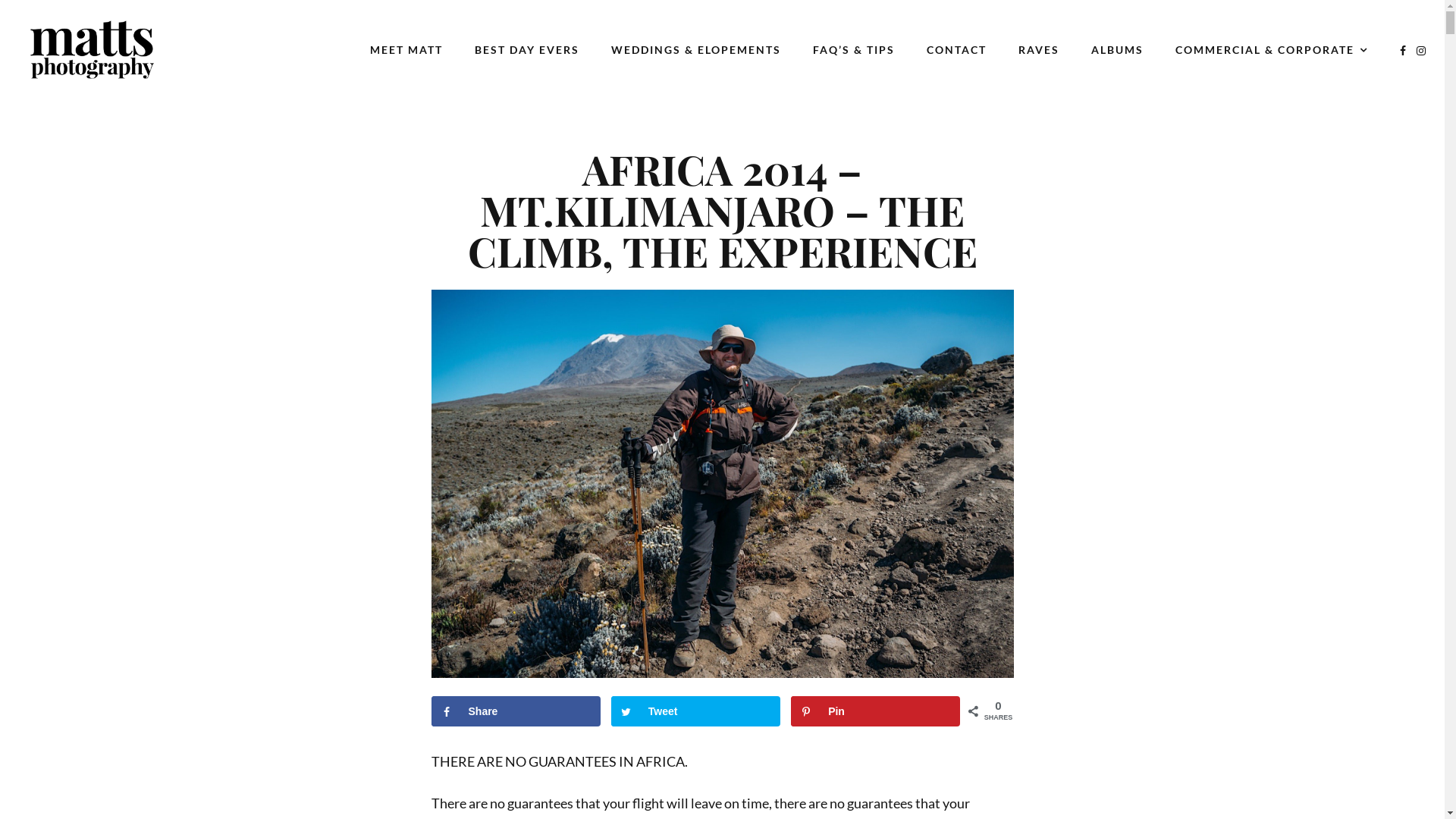  I want to click on 'Share', so click(515, 711).